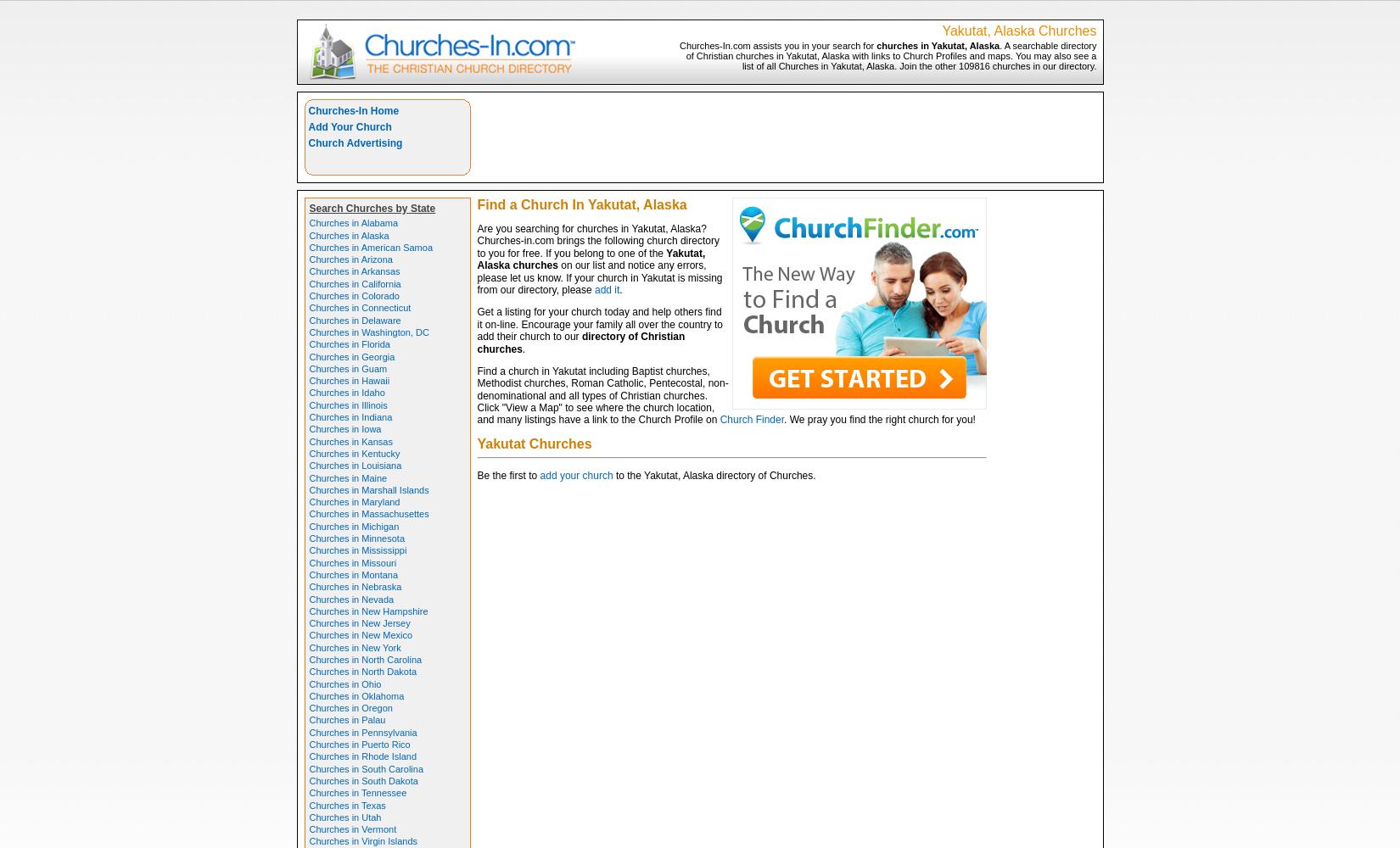  What do you see at coordinates (348, 368) in the screenshot?
I see `'Churches in Guam'` at bounding box center [348, 368].